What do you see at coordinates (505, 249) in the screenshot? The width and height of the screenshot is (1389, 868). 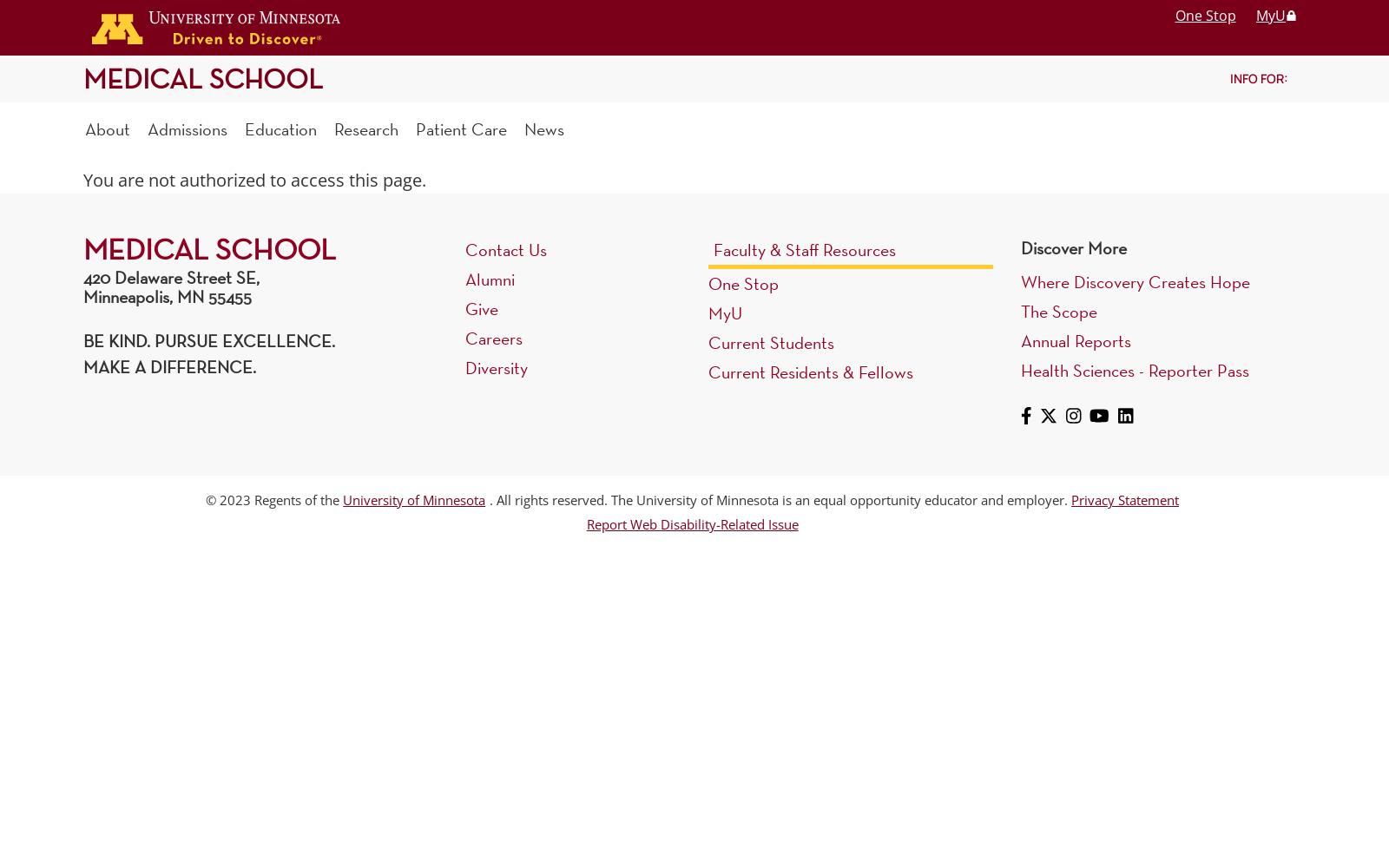 I see `'Contact Us'` at bounding box center [505, 249].